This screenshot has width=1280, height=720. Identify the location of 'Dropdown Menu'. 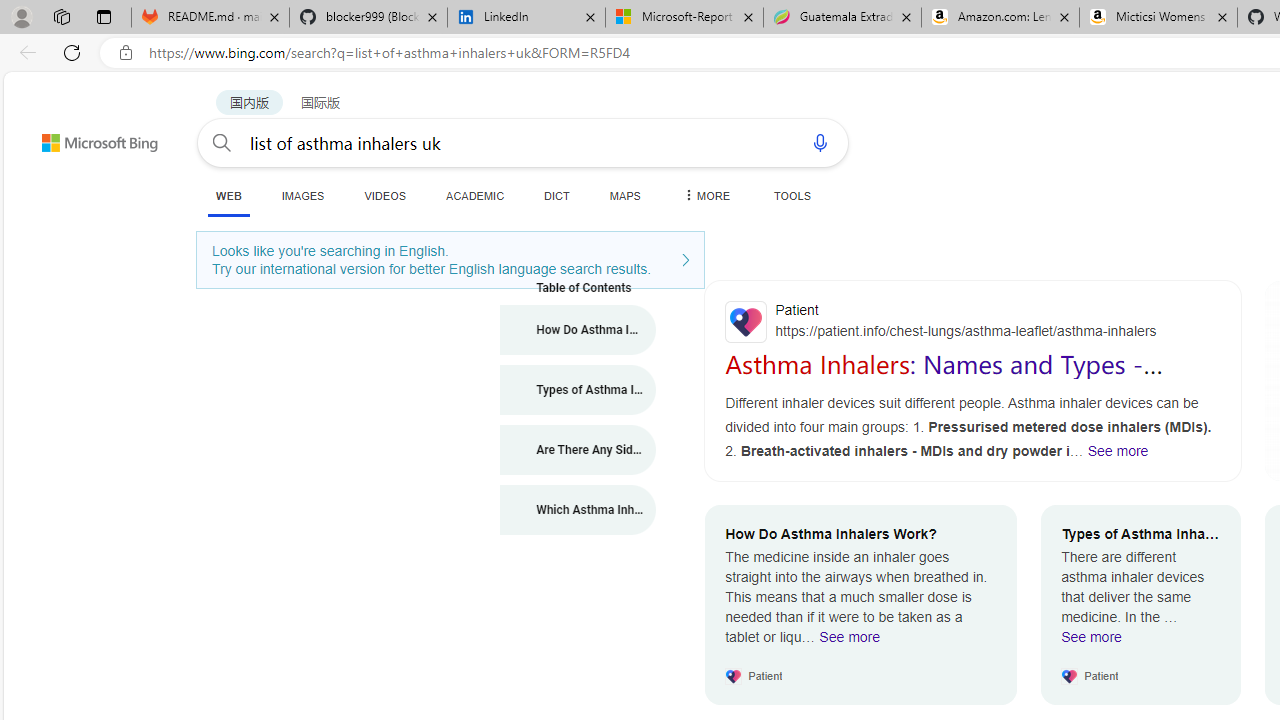
(705, 195).